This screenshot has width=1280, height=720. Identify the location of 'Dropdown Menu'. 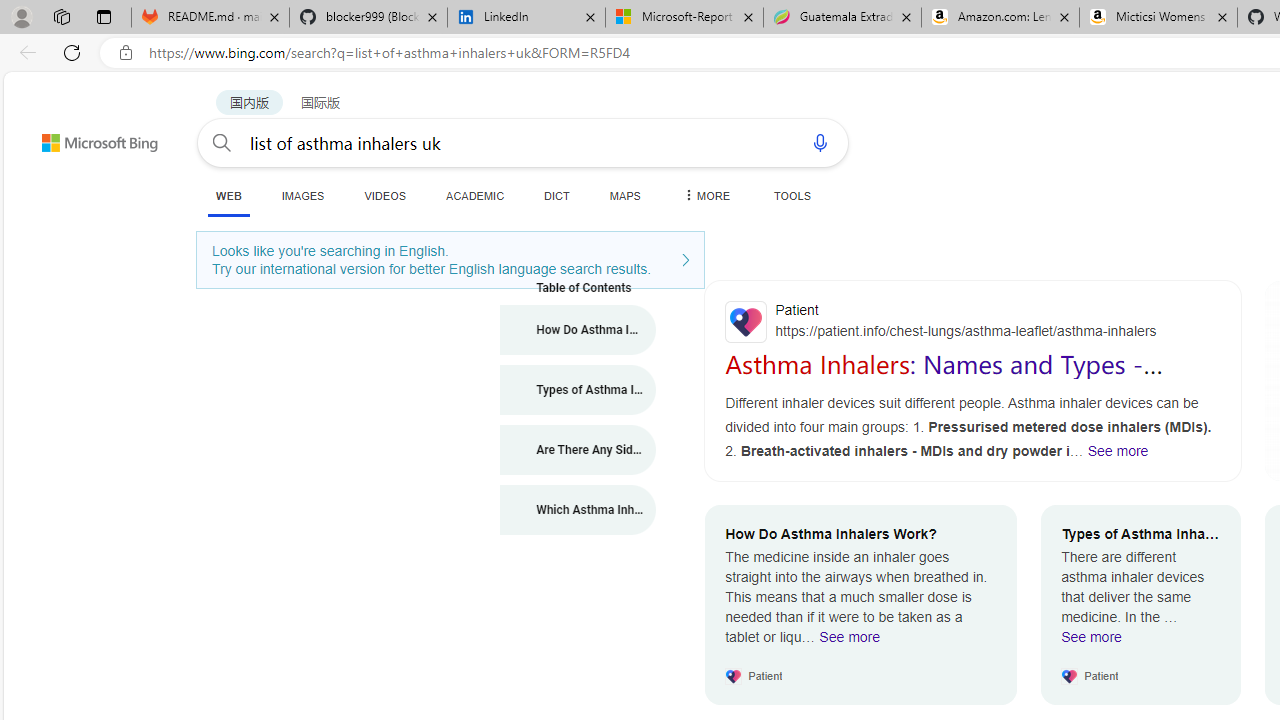
(705, 195).